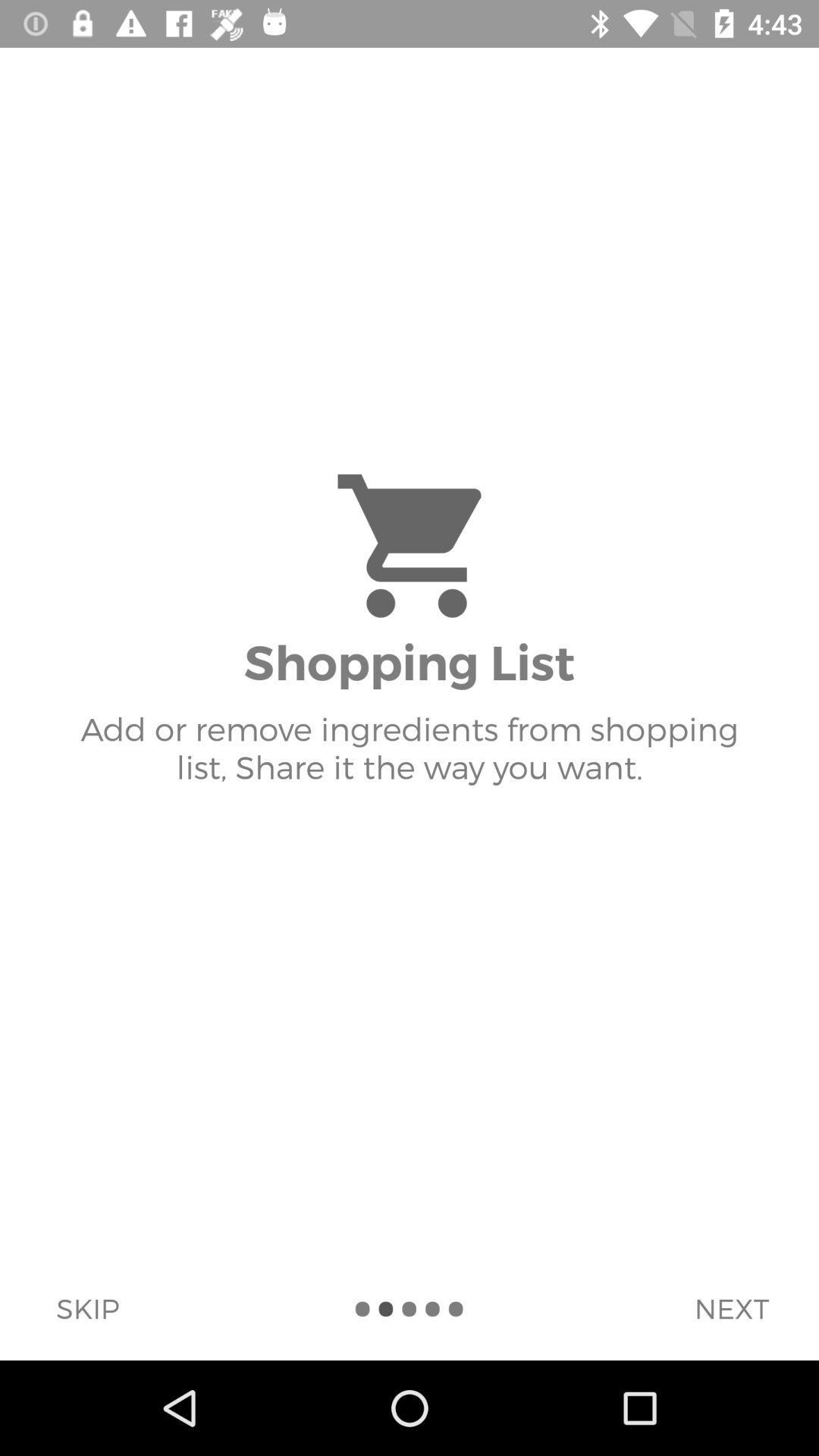 Image resolution: width=819 pixels, height=1456 pixels. I want to click on next, so click(730, 1307).